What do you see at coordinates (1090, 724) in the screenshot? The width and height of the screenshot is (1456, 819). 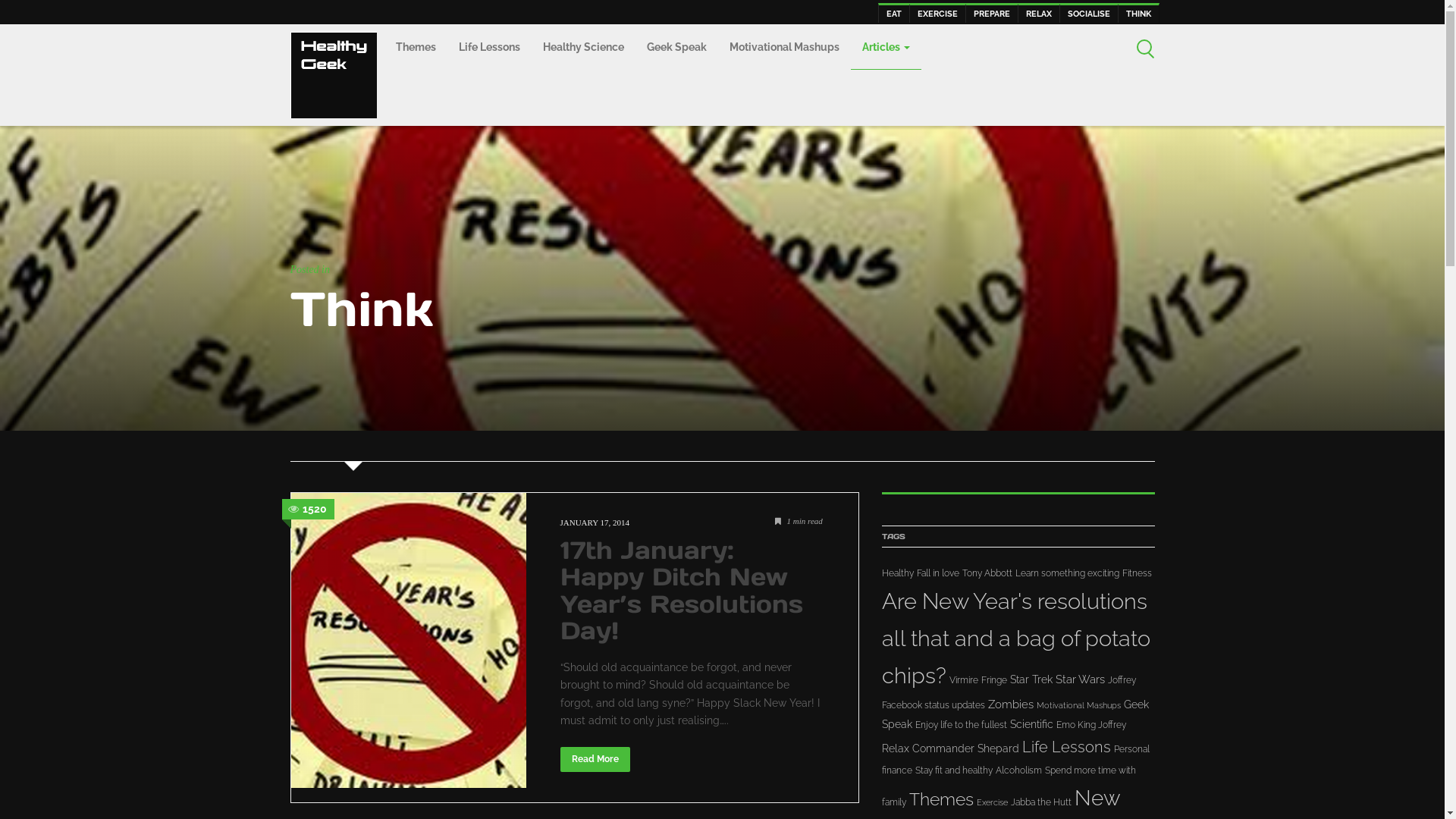 I see `'Emo King Joffrey'` at bounding box center [1090, 724].